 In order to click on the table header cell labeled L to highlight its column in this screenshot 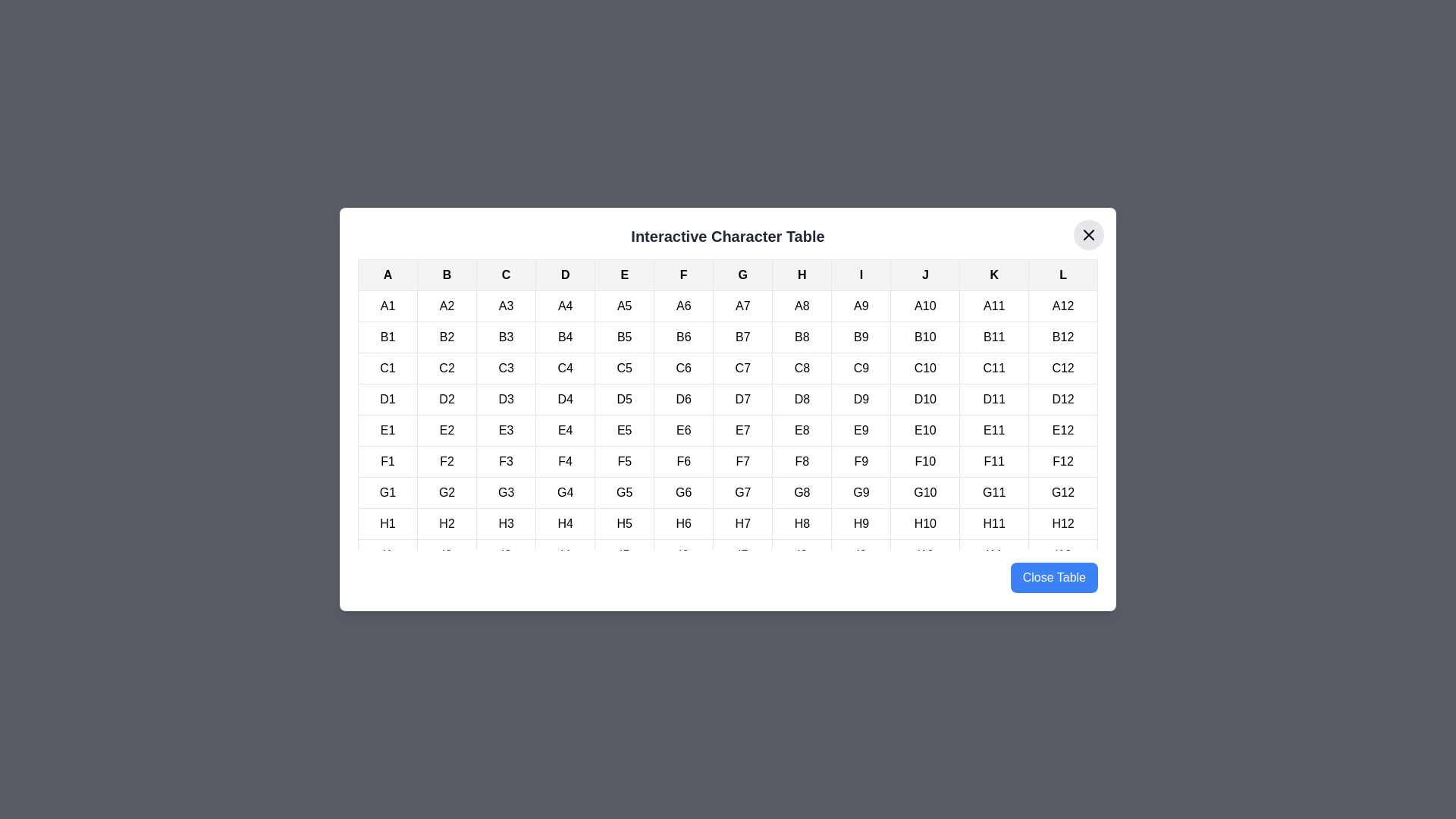, I will do `click(1062, 275)`.